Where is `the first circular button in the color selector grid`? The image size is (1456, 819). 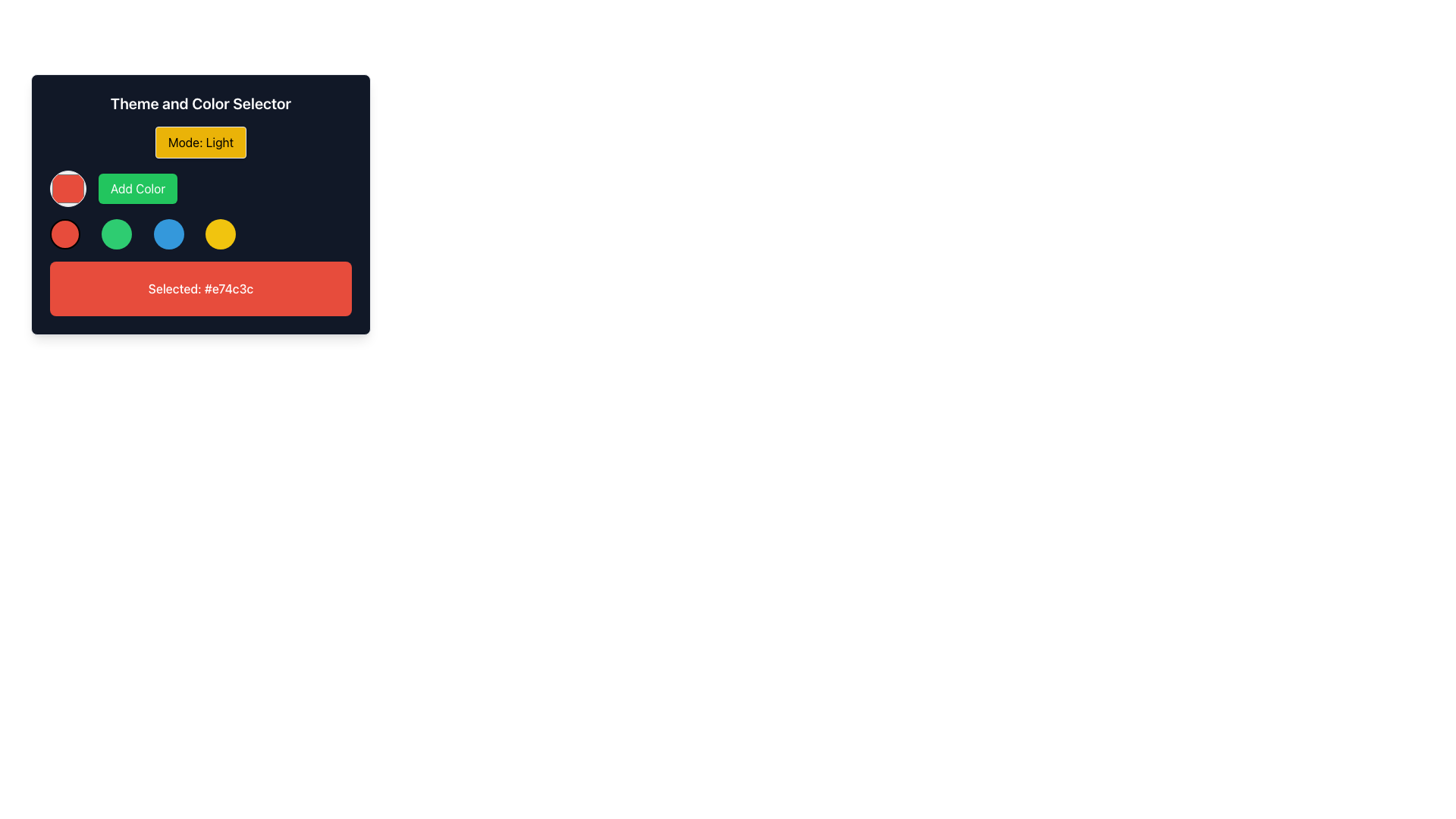 the first circular button in the color selector grid is located at coordinates (64, 234).